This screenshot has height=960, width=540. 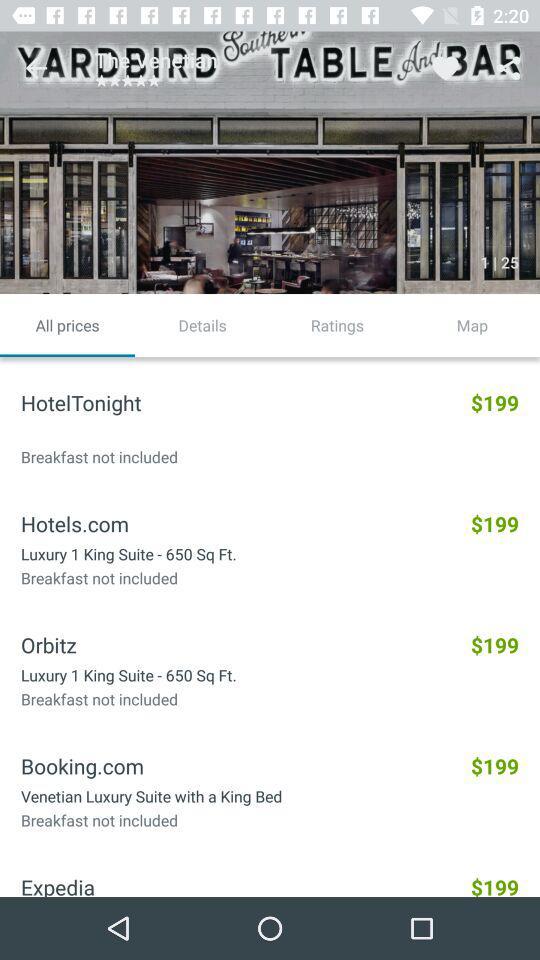 What do you see at coordinates (337, 325) in the screenshot?
I see `the ratings icon` at bounding box center [337, 325].